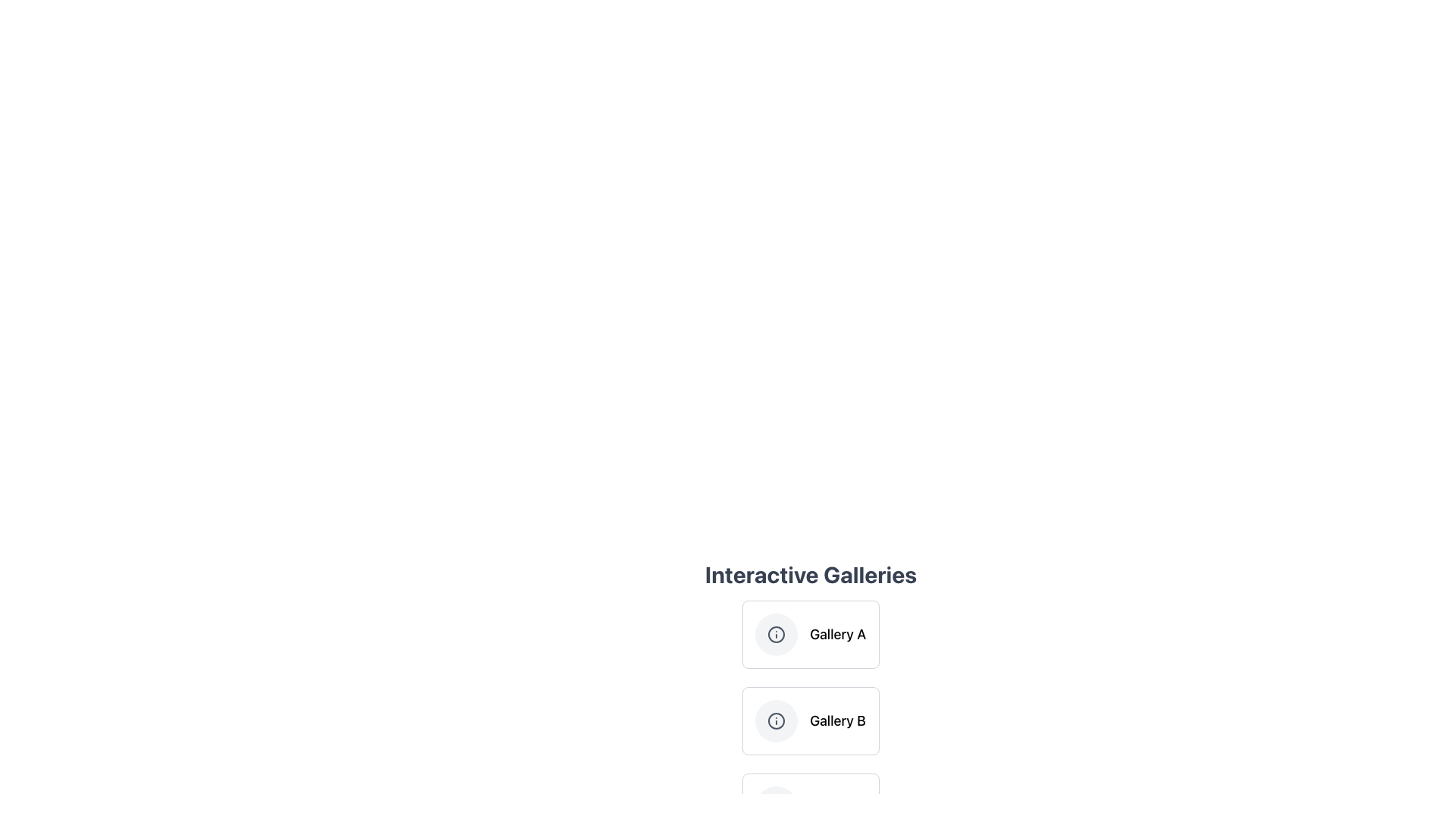 The image size is (1456, 819). I want to click on the central circular component of the information icon, which has a white fill and a dark border, to initiate interactions, so click(776, 635).